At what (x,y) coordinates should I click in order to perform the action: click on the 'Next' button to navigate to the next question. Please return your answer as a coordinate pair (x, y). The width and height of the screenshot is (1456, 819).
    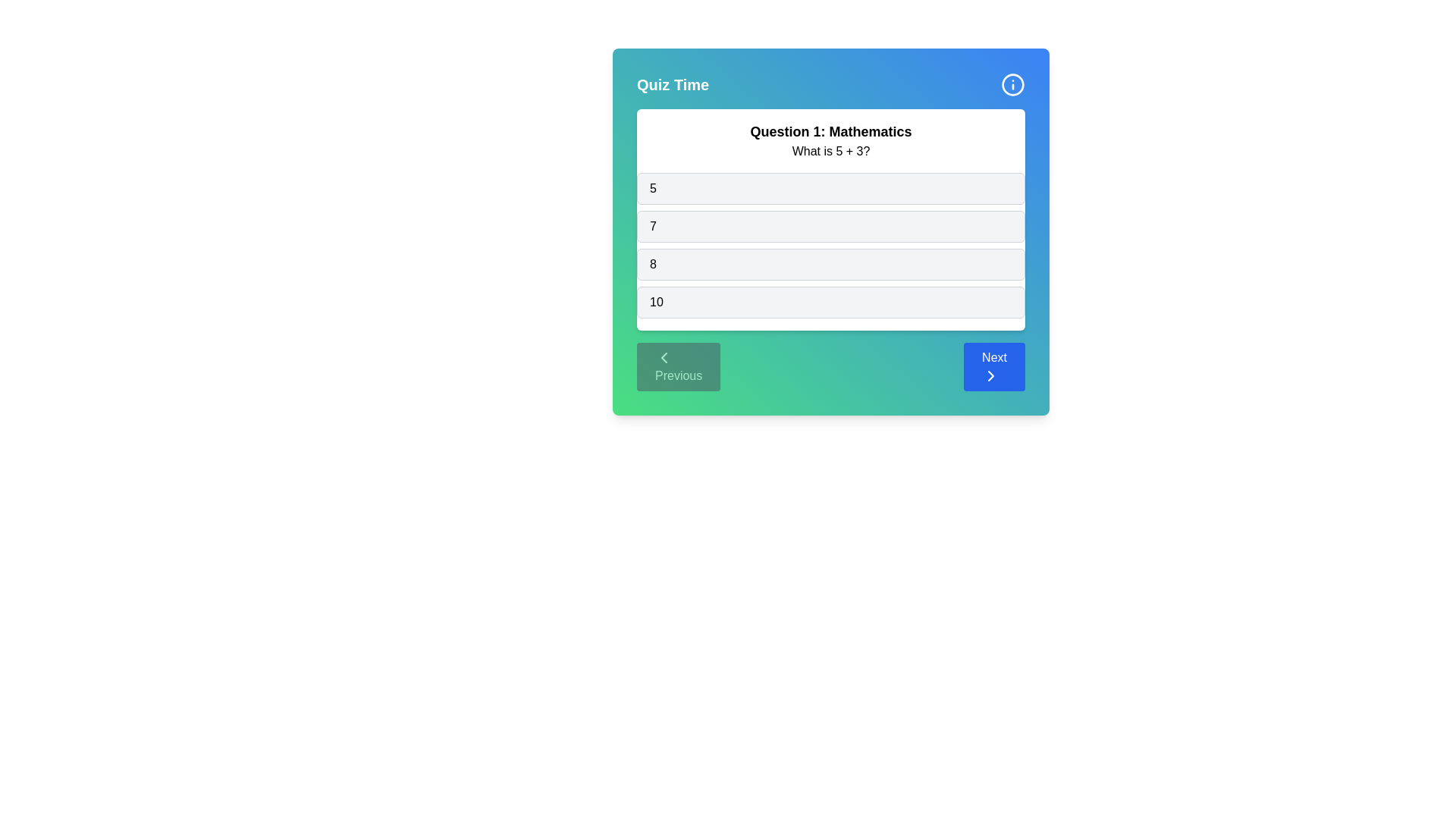
    Looking at the image, I should click on (993, 366).